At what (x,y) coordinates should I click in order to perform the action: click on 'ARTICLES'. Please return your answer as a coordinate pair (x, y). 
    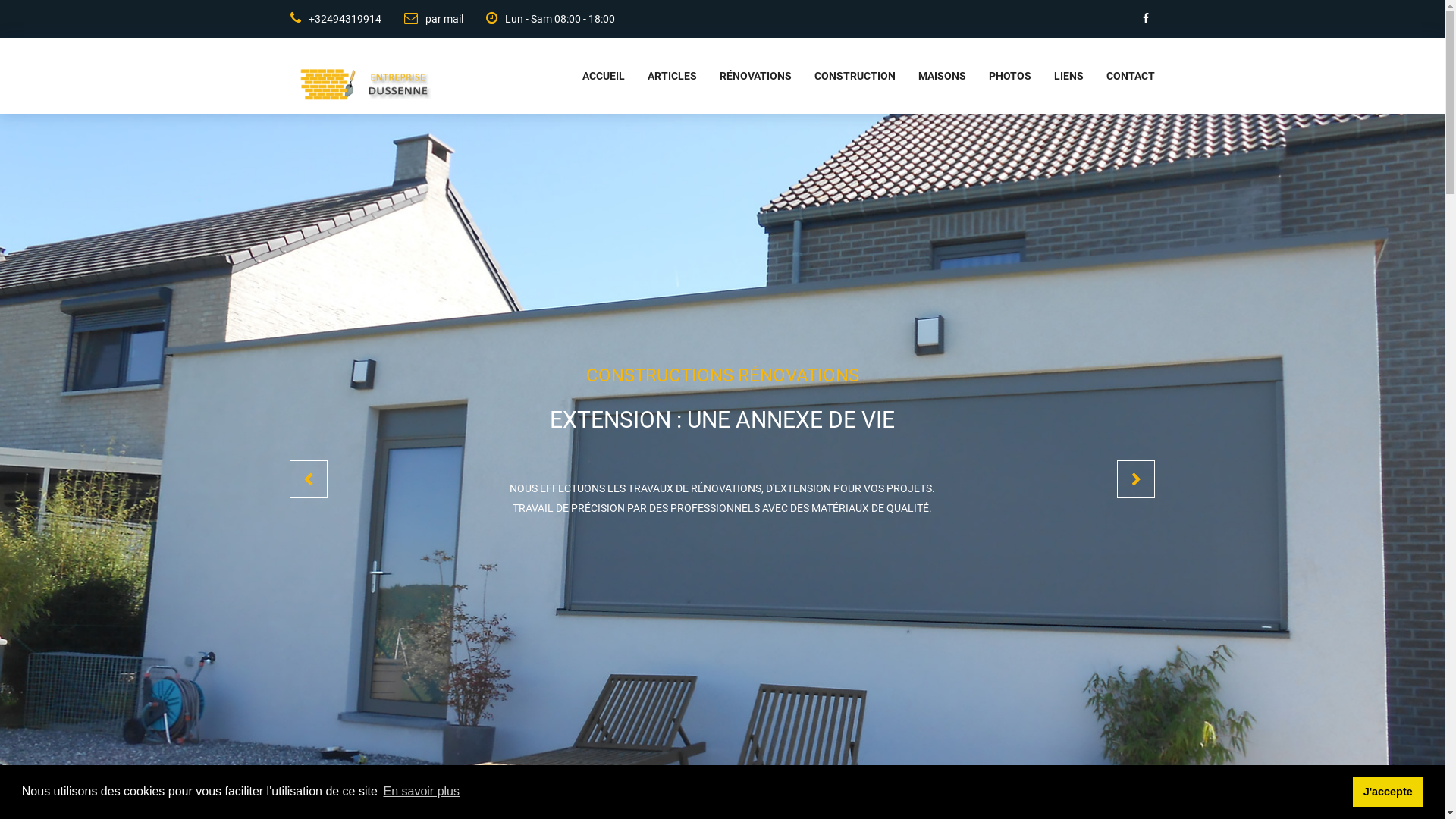
    Looking at the image, I should click on (661, 76).